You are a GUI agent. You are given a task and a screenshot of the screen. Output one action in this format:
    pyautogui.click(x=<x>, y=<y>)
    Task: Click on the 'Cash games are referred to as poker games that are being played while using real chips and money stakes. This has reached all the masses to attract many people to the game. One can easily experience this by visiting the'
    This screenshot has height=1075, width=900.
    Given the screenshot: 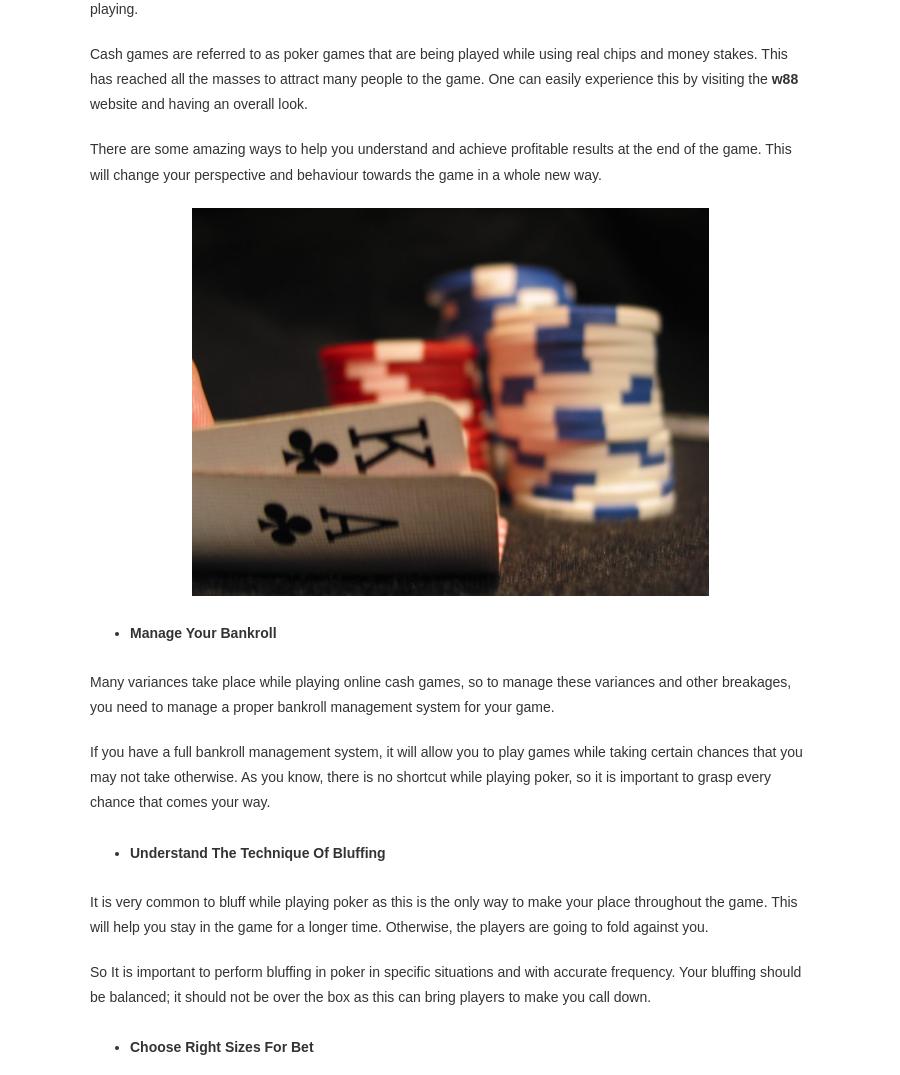 What is the action you would take?
    pyautogui.click(x=438, y=65)
    